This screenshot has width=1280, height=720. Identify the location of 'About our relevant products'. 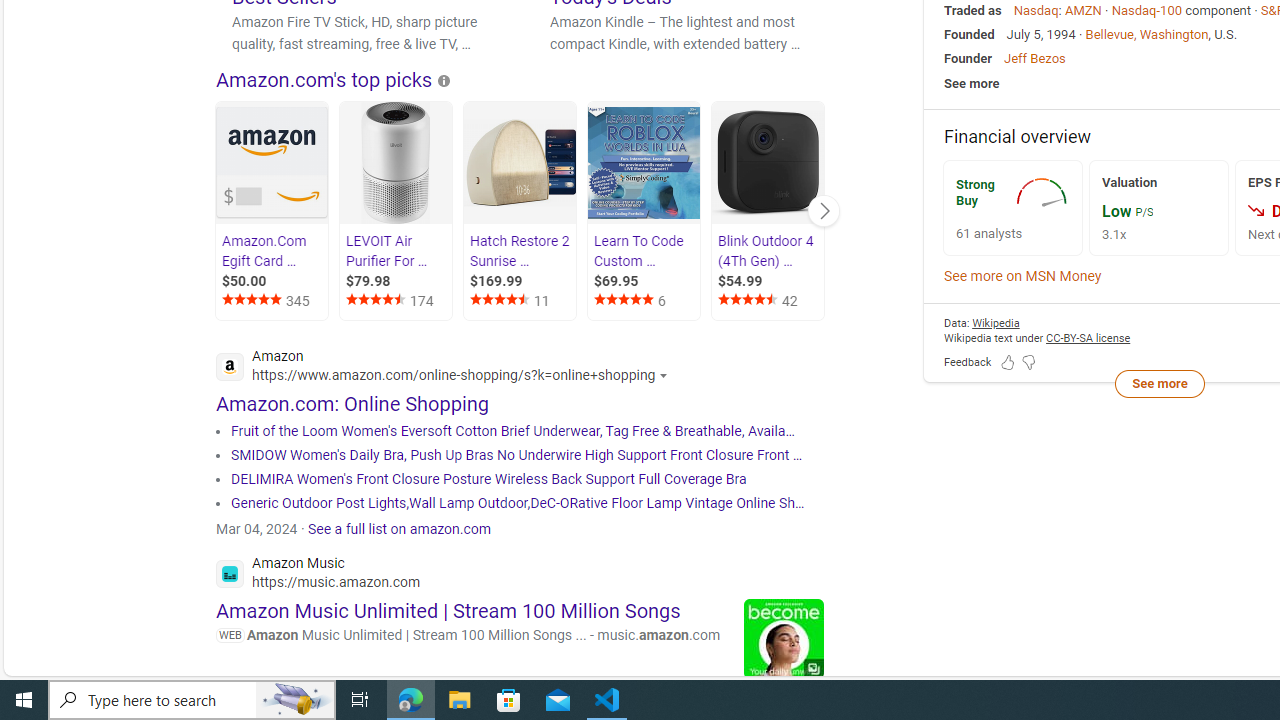
(443, 79).